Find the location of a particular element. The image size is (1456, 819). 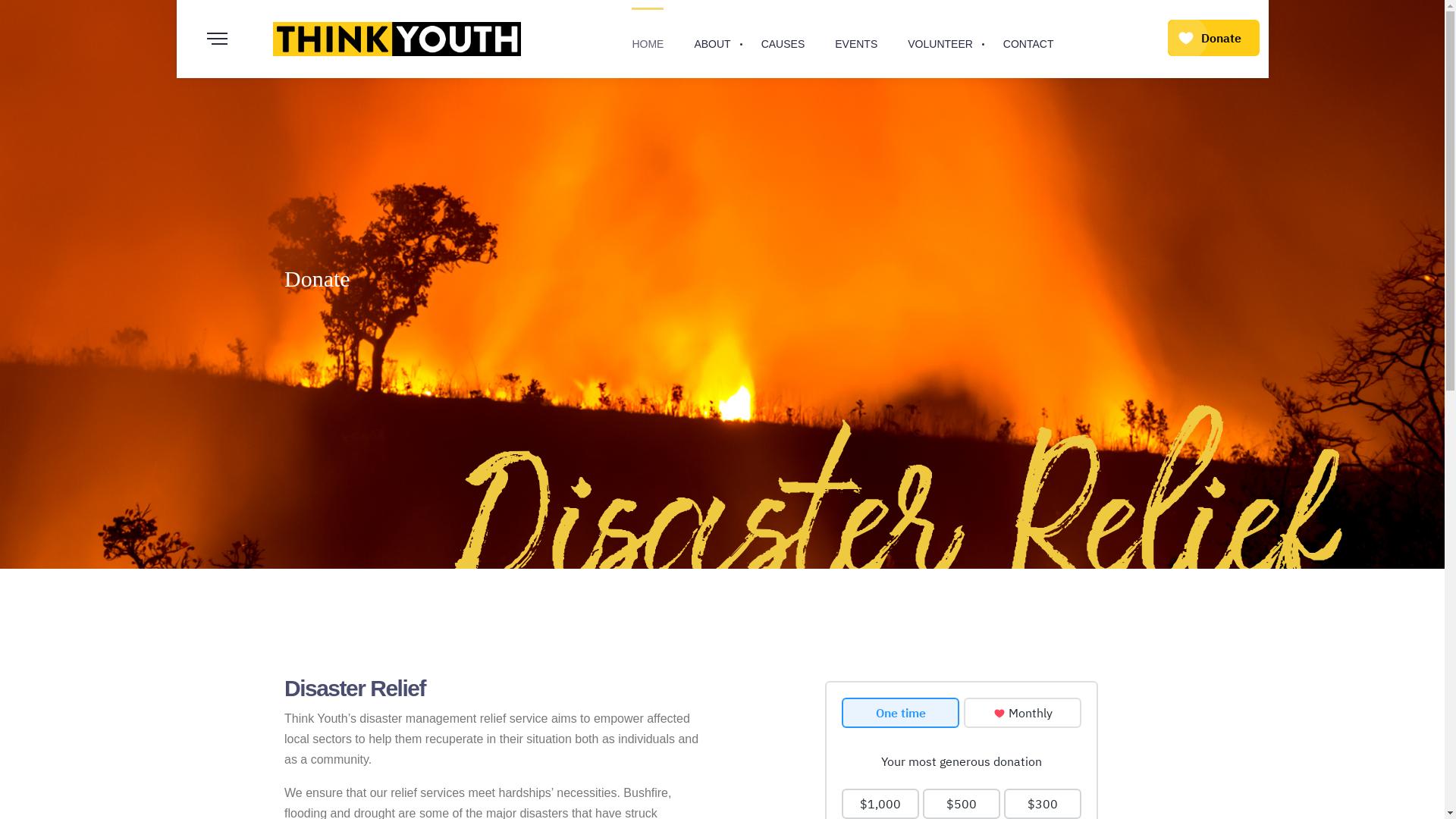

'CONTACT' is located at coordinates (1003, 38).